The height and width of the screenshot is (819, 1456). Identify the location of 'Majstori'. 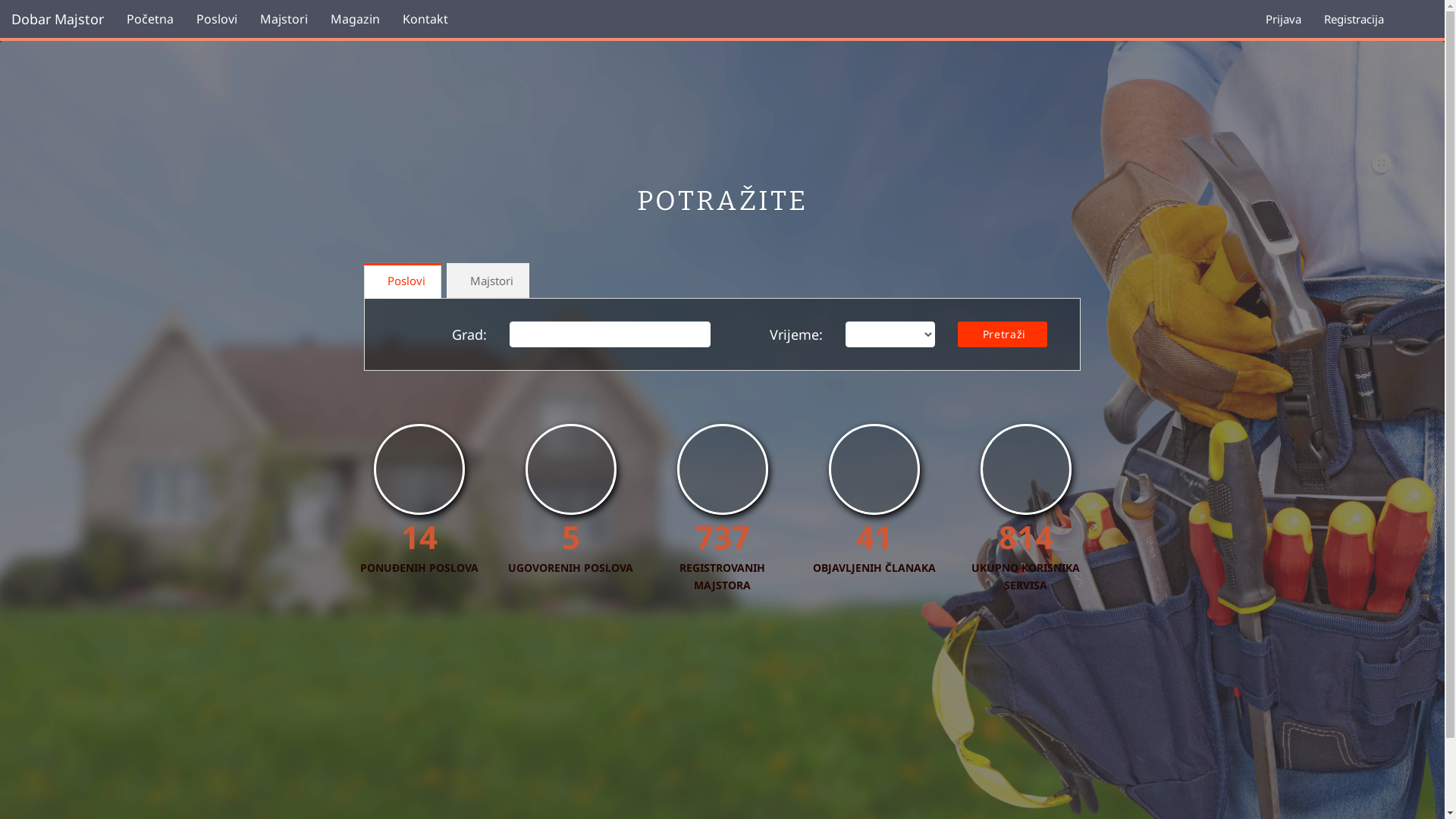
(284, 18).